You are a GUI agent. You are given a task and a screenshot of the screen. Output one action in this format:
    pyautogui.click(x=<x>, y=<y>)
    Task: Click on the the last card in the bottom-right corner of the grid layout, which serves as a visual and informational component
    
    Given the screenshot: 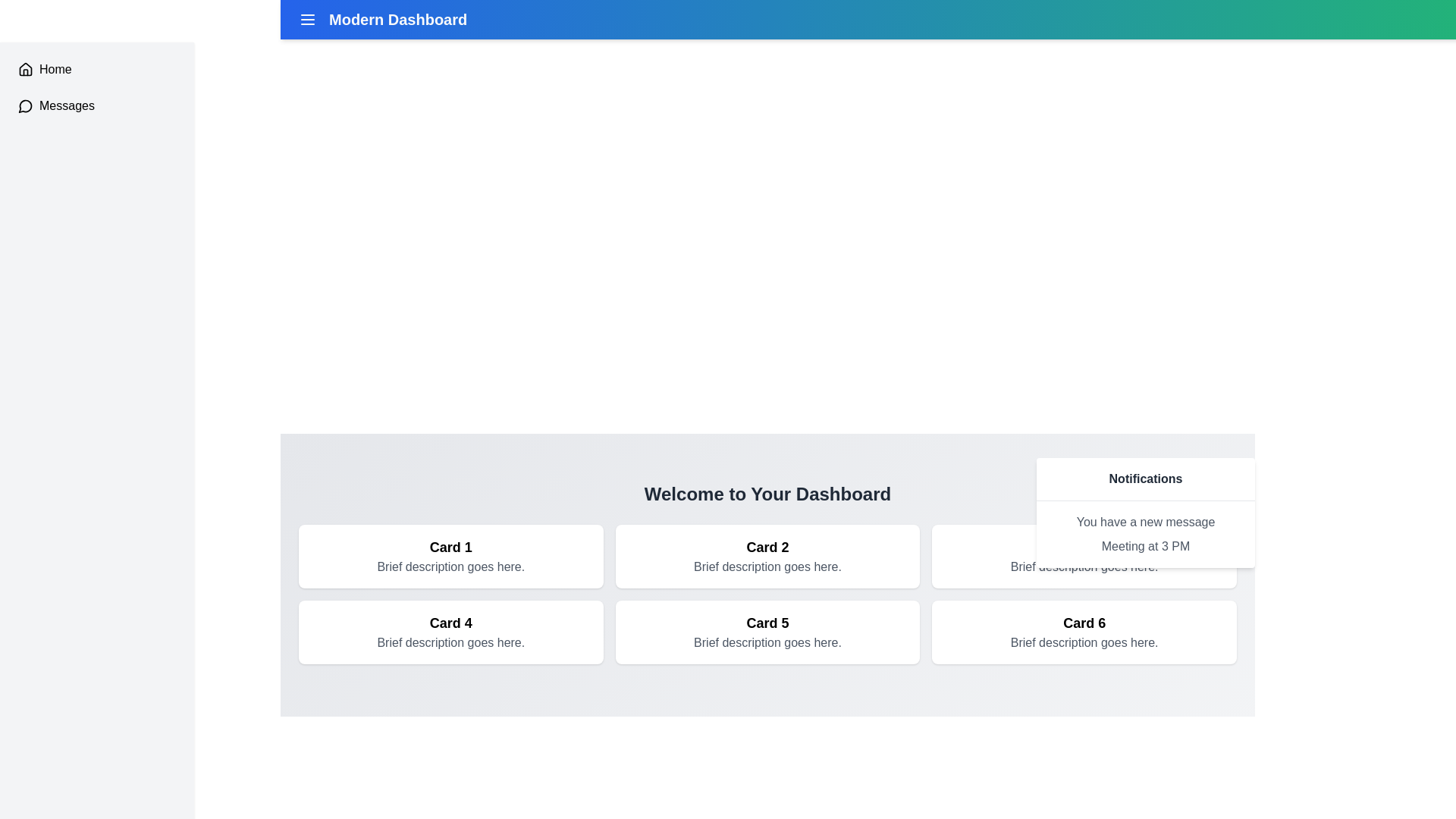 What is the action you would take?
    pyautogui.click(x=1084, y=632)
    